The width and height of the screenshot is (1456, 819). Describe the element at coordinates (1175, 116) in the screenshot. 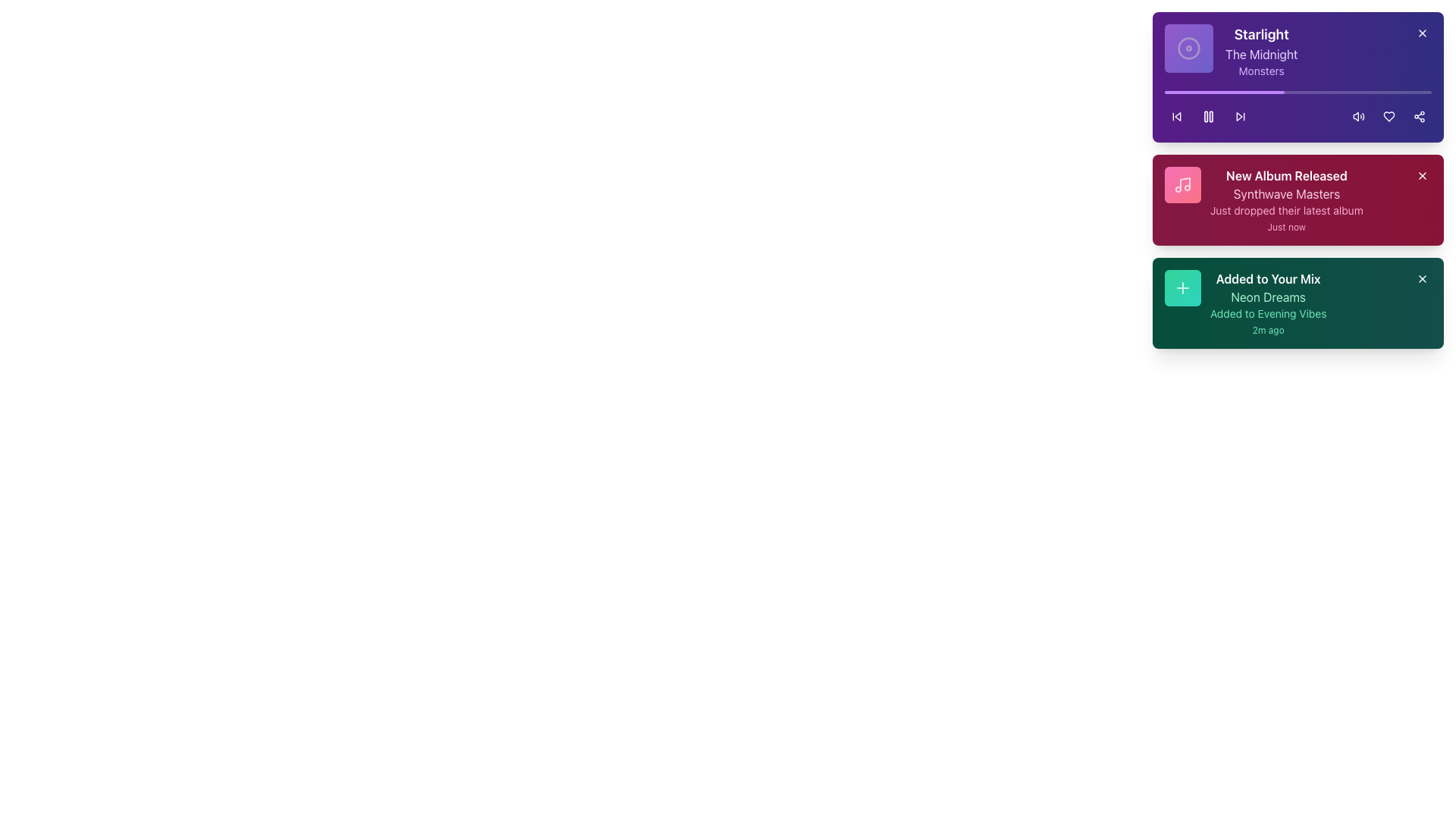

I see `the backward skip button icon, which is represented by a triangular arrow pointing left within a circular button area, located on the left side of a row of icons at the bottom of the purple notification card` at that location.